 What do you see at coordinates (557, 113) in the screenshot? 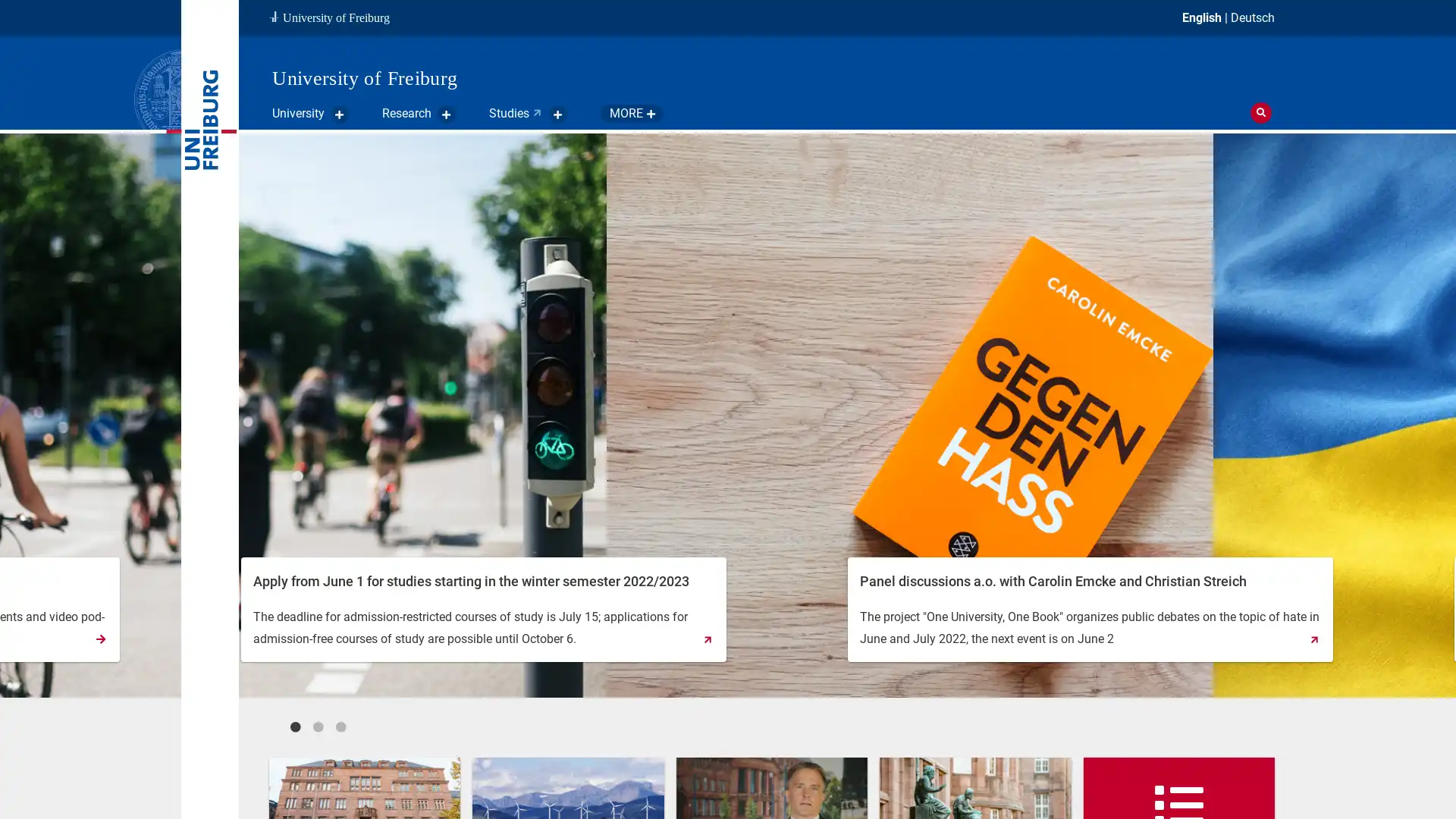
I see `Open submenu` at bounding box center [557, 113].